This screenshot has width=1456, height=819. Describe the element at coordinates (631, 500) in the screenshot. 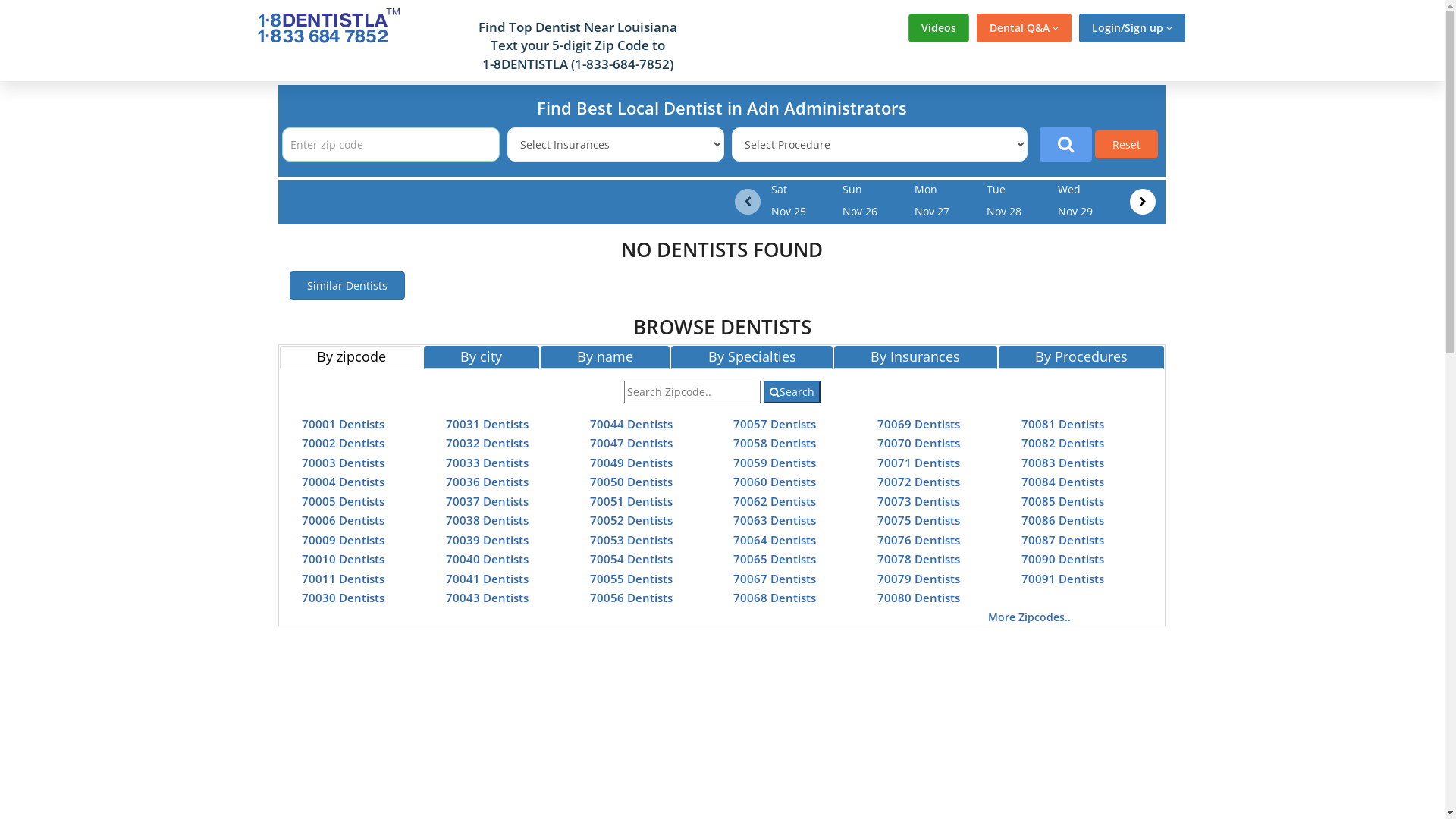

I see `'70051 Dentists'` at that location.